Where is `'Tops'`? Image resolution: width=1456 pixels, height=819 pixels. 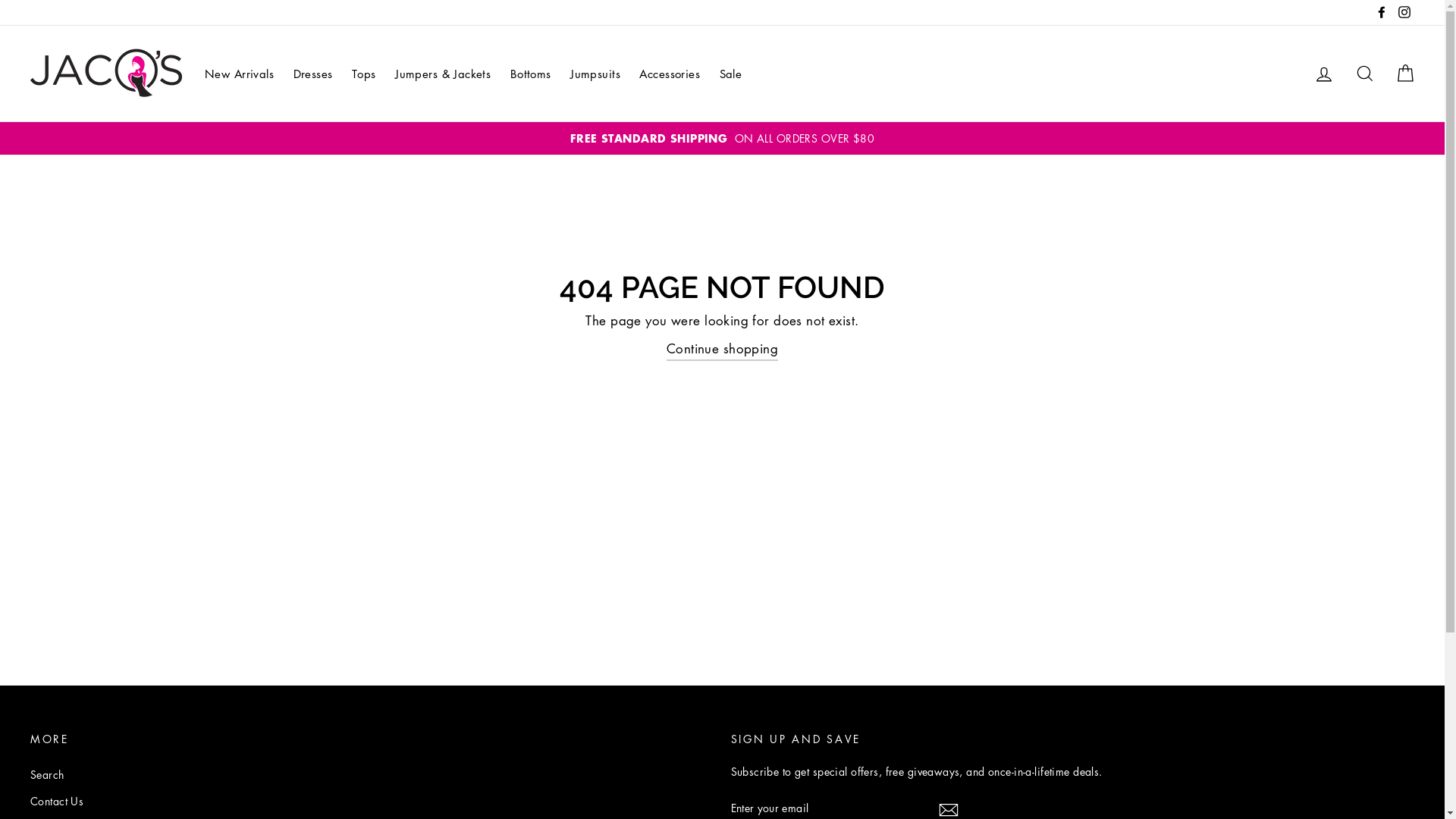 'Tops' is located at coordinates (364, 74).